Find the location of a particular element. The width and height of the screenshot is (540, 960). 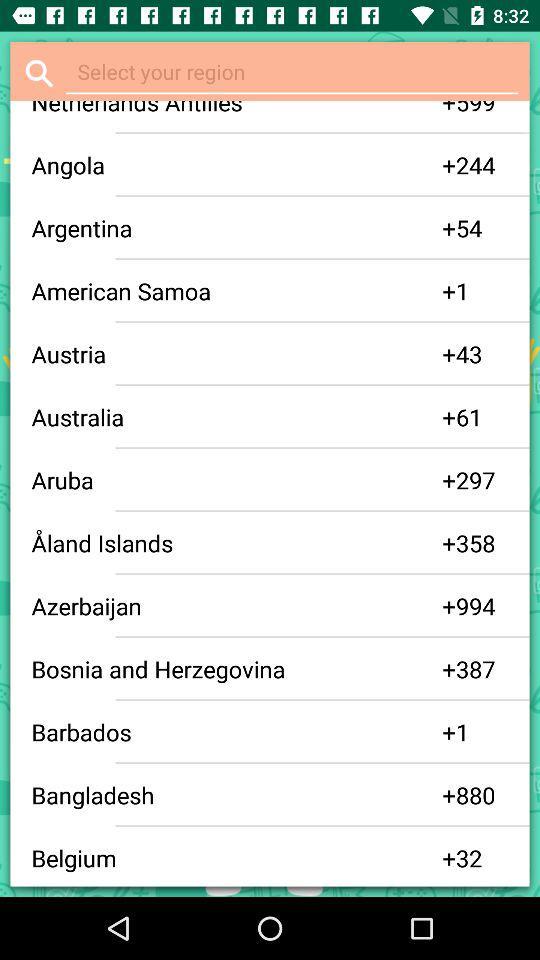

the icon next to + is located at coordinates (481, 109).